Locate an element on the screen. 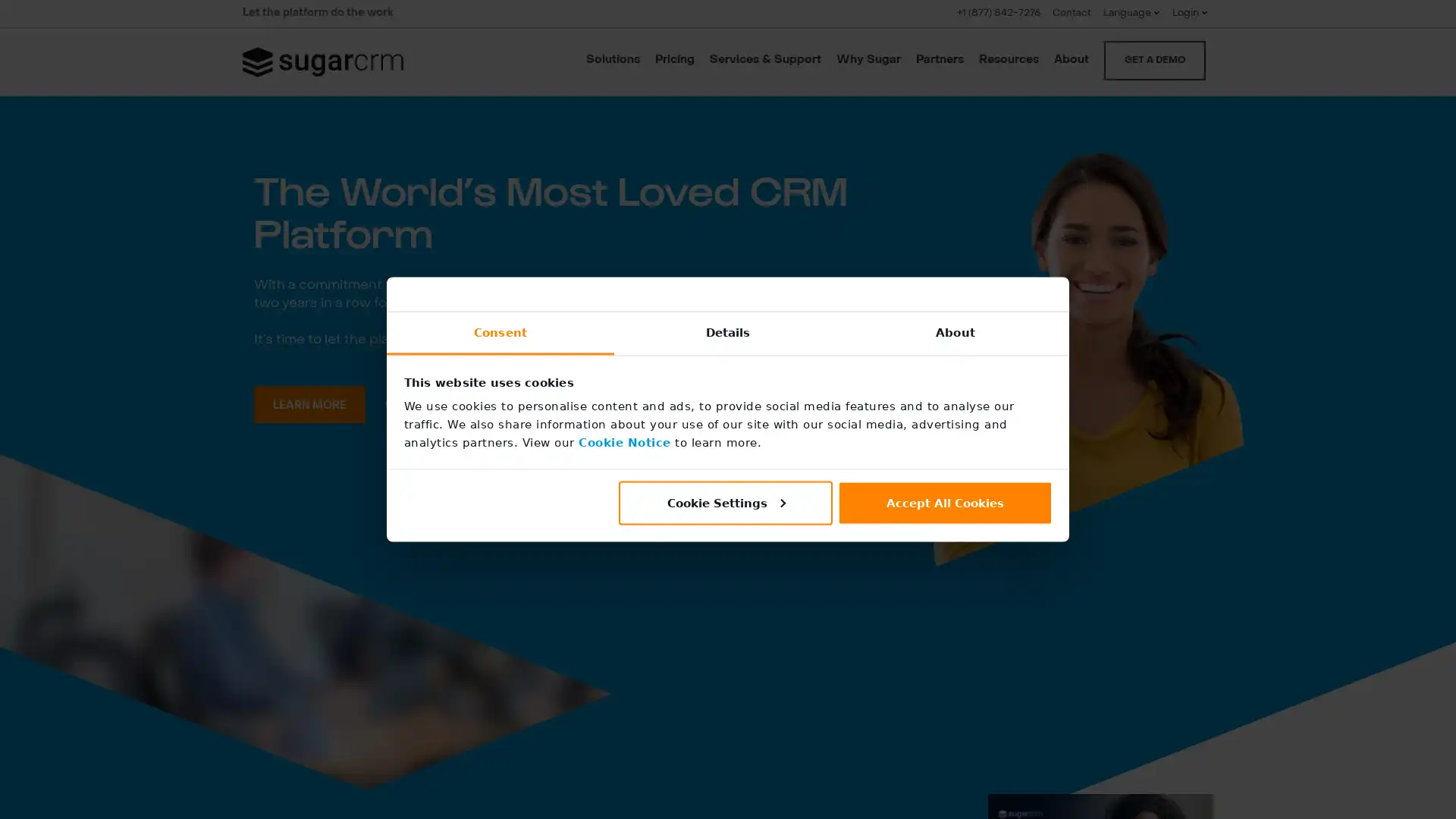 This screenshot has height=819, width=1456. Cookie Settings is located at coordinates (723, 503).